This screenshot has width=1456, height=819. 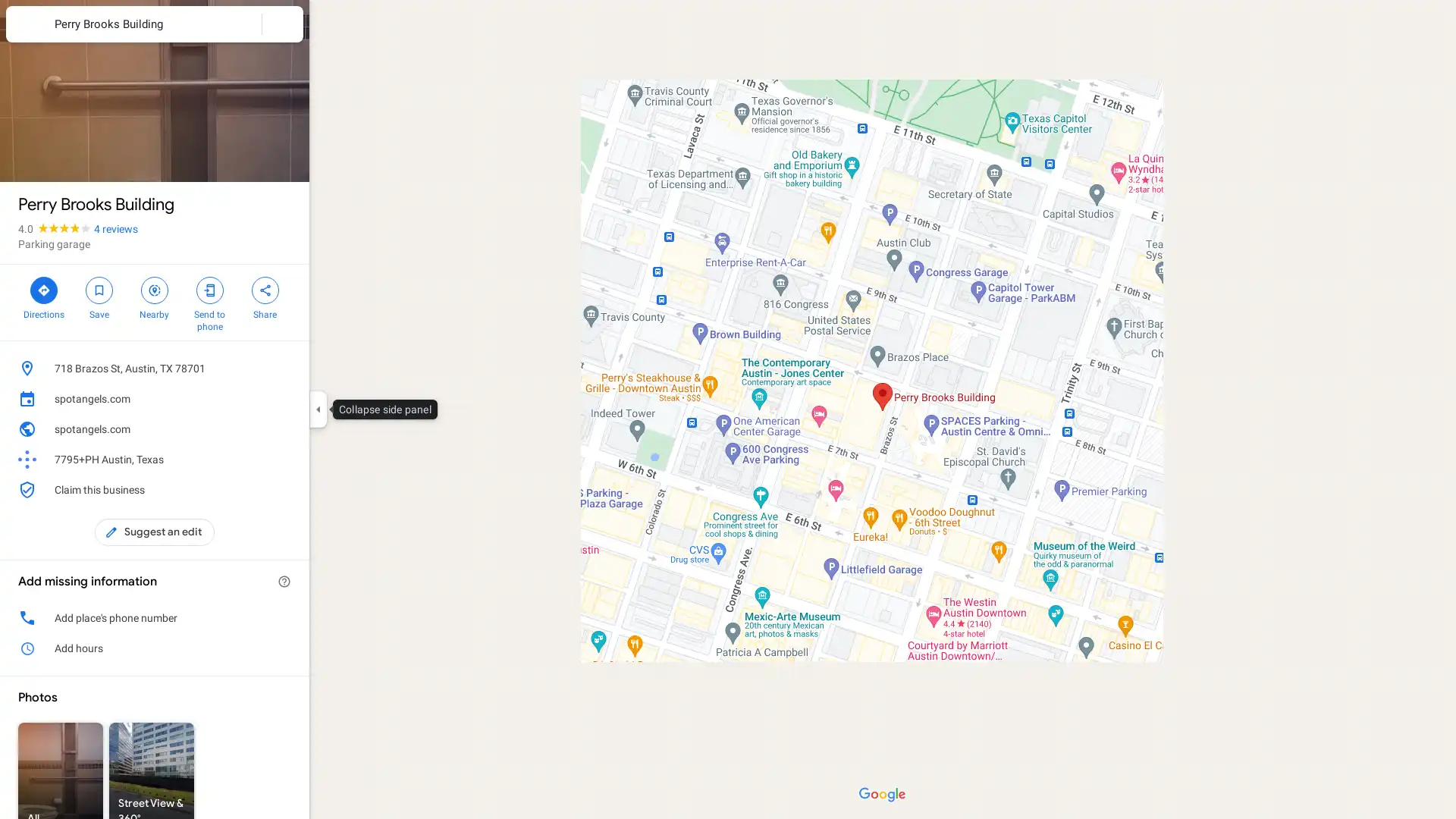 What do you see at coordinates (51, 157) in the screenshot?
I see `3 photos` at bounding box center [51, 157].